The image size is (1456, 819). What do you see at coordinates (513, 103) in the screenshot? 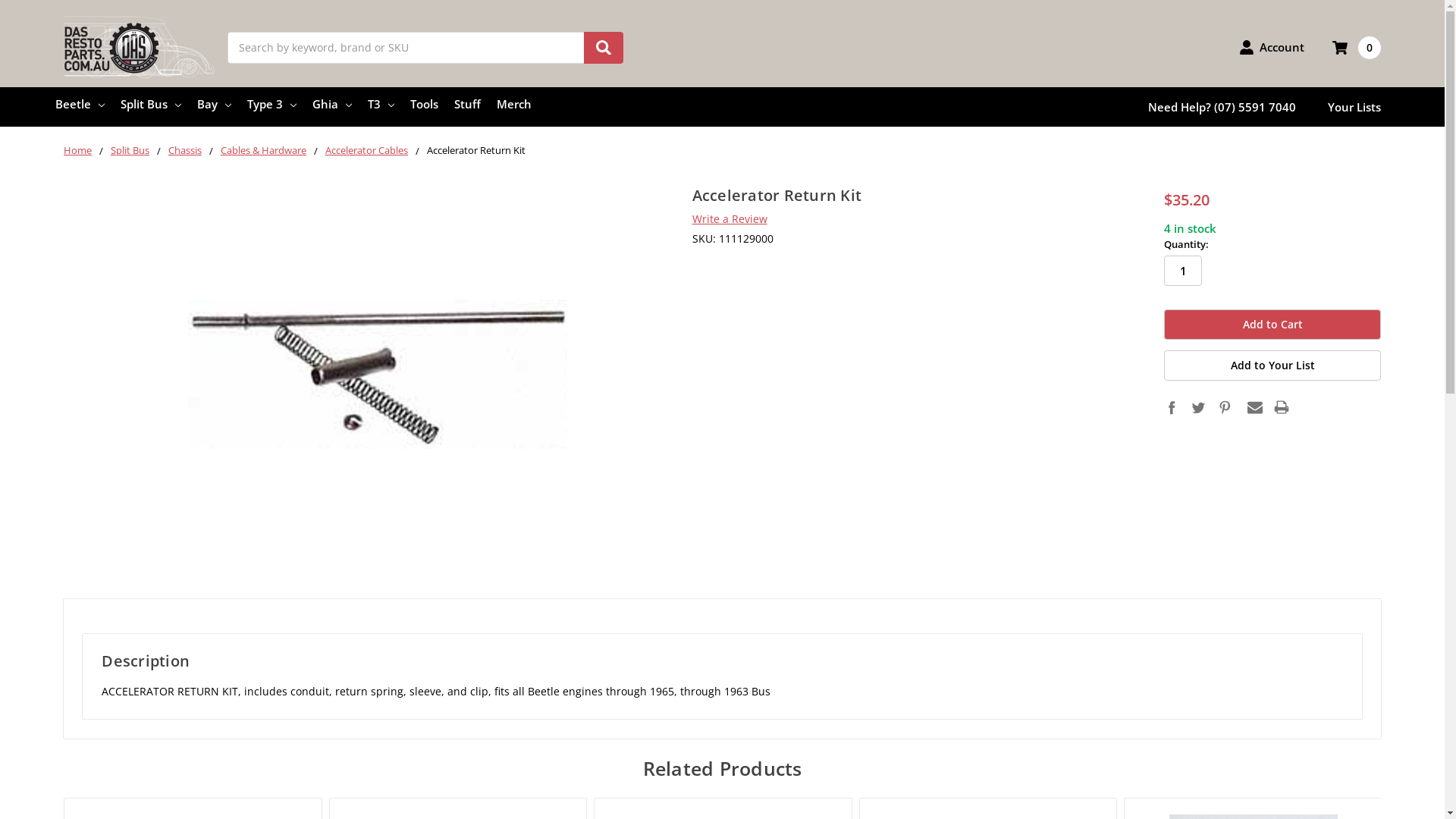
I see `'Merch'` at bounding box center [513, 103].